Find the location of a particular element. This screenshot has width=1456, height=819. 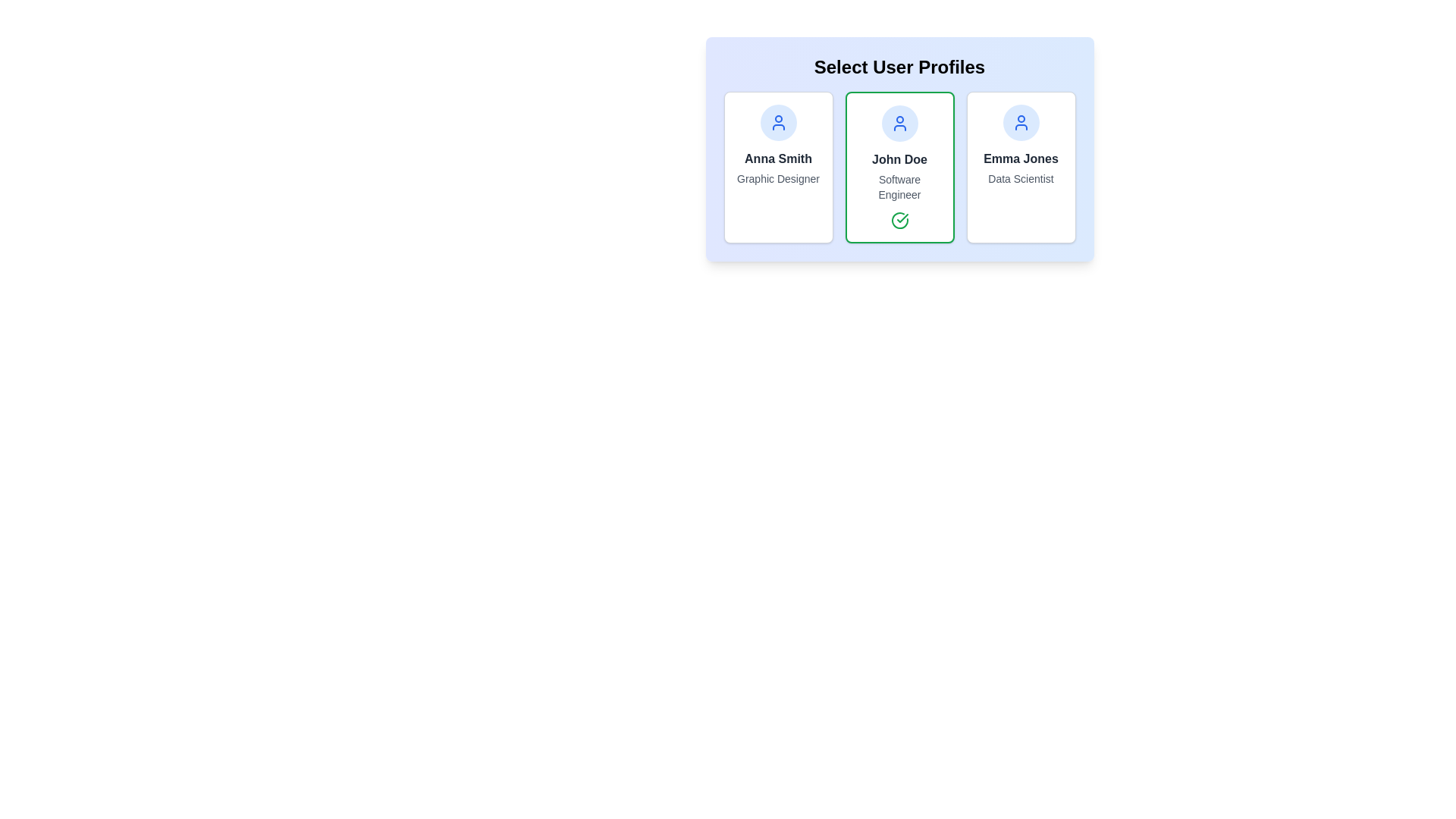

the profile card of John Doe to observe its scaling animation is located at coordinates (899, 167).